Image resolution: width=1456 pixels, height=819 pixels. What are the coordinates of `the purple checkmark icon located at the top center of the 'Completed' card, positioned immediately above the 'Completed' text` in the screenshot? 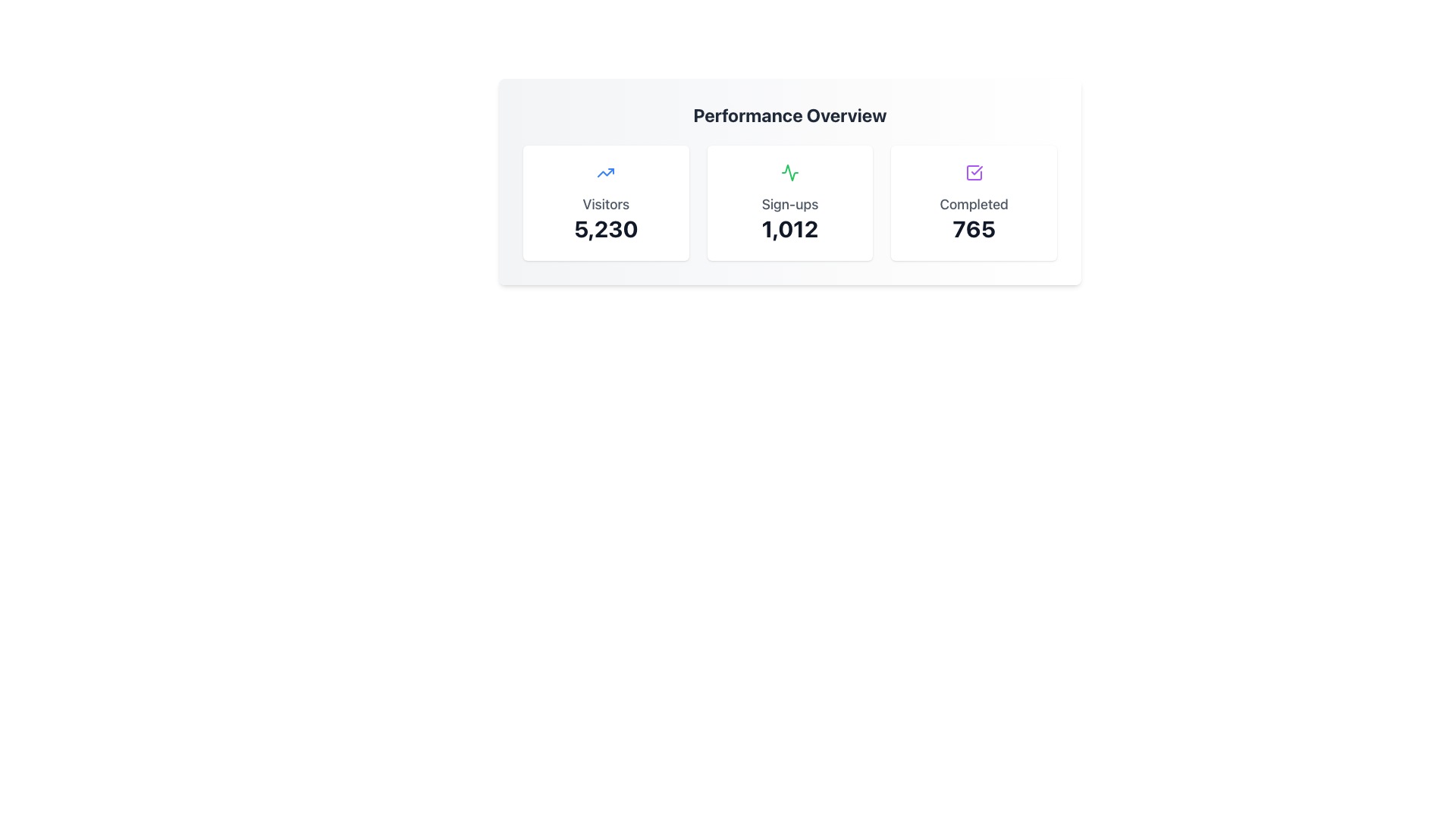 It's located at (974, 171).